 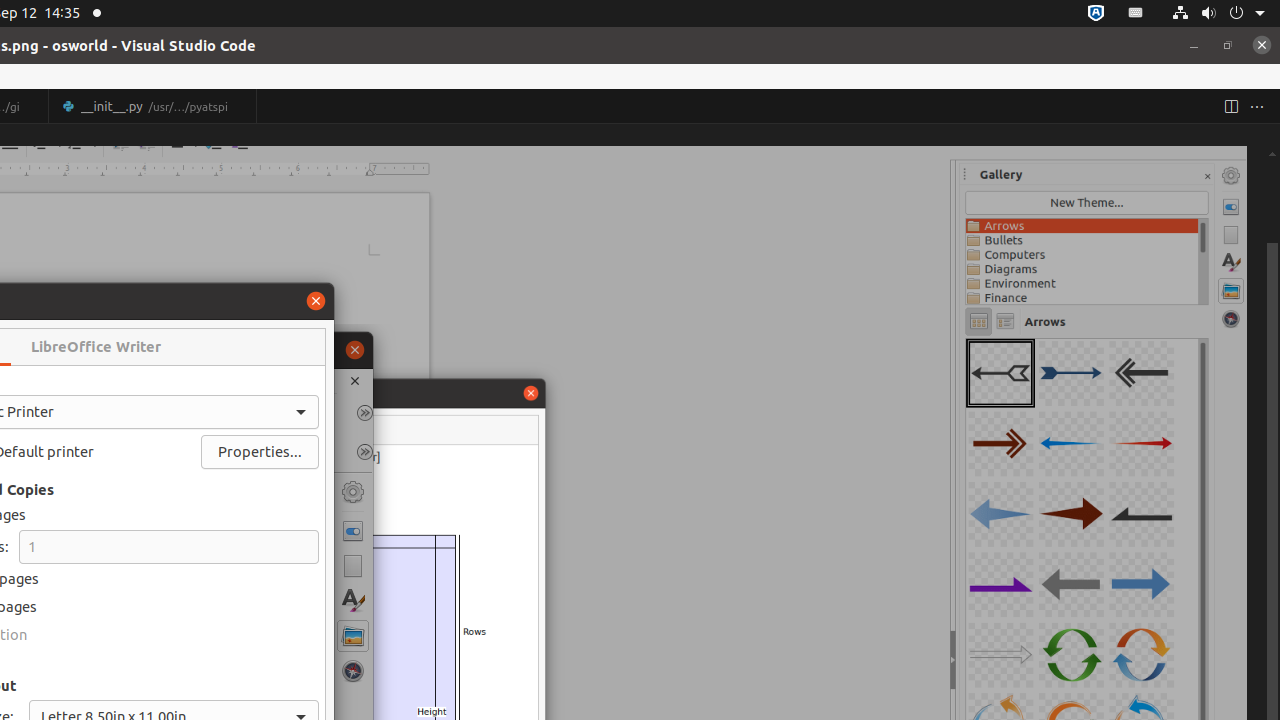 What do you see at coordinates (1136, 13) in the screenshot?
I see `':1.21/StatusNotifierItem'` at bounding box center [1136, 13].